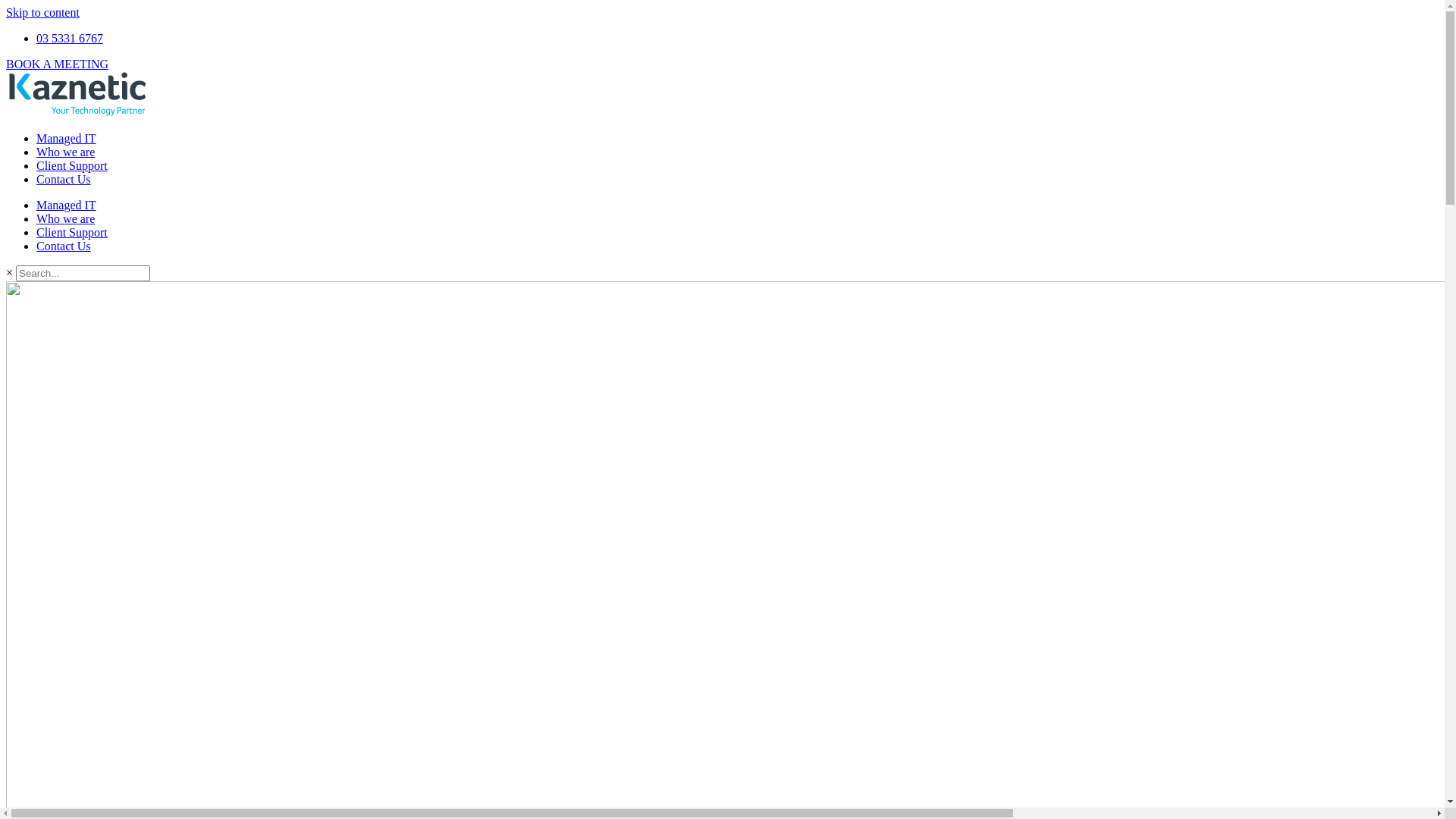  I want to click on 'Who we are', so click(64, 152).